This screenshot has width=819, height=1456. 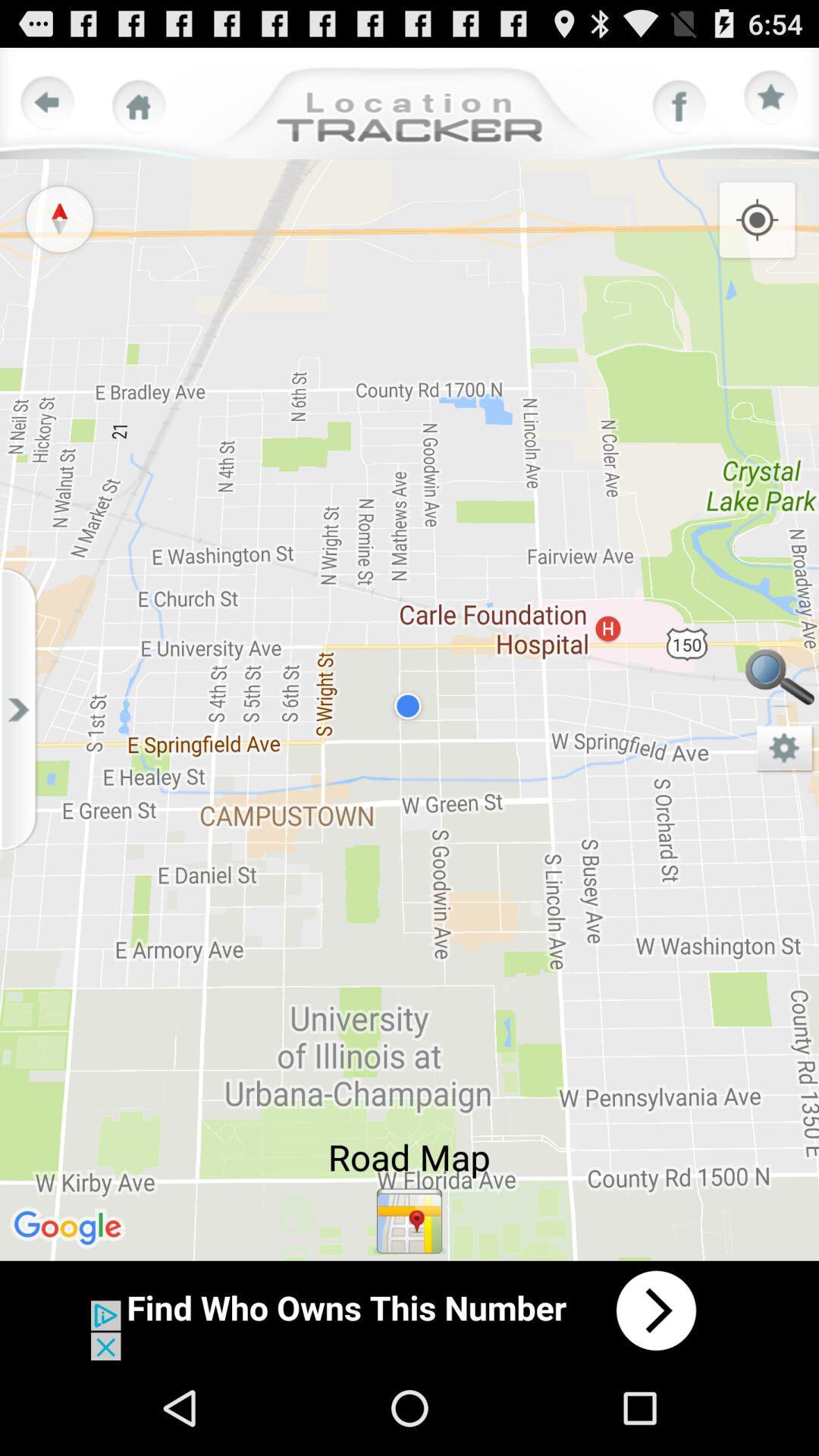 What do you see at coordinates (23, 709) in the screenshot?
I see `side arrow button` at bounding box center [23, 709].